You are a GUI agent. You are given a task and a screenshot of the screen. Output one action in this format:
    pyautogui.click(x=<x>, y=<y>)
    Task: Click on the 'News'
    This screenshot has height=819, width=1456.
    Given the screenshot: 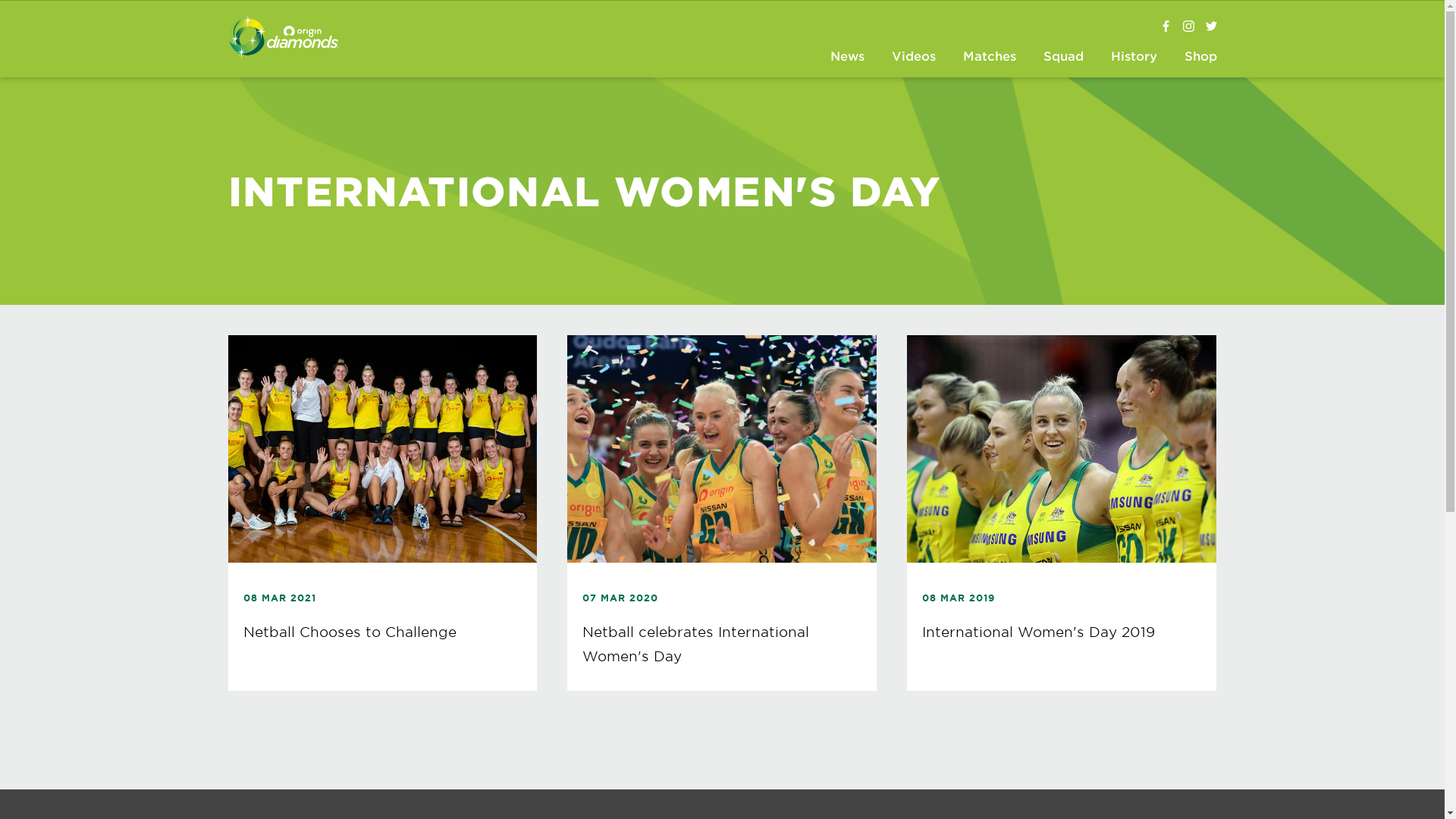 What is the action you would take?
    pyautogui.click(x=846, y=57)
    